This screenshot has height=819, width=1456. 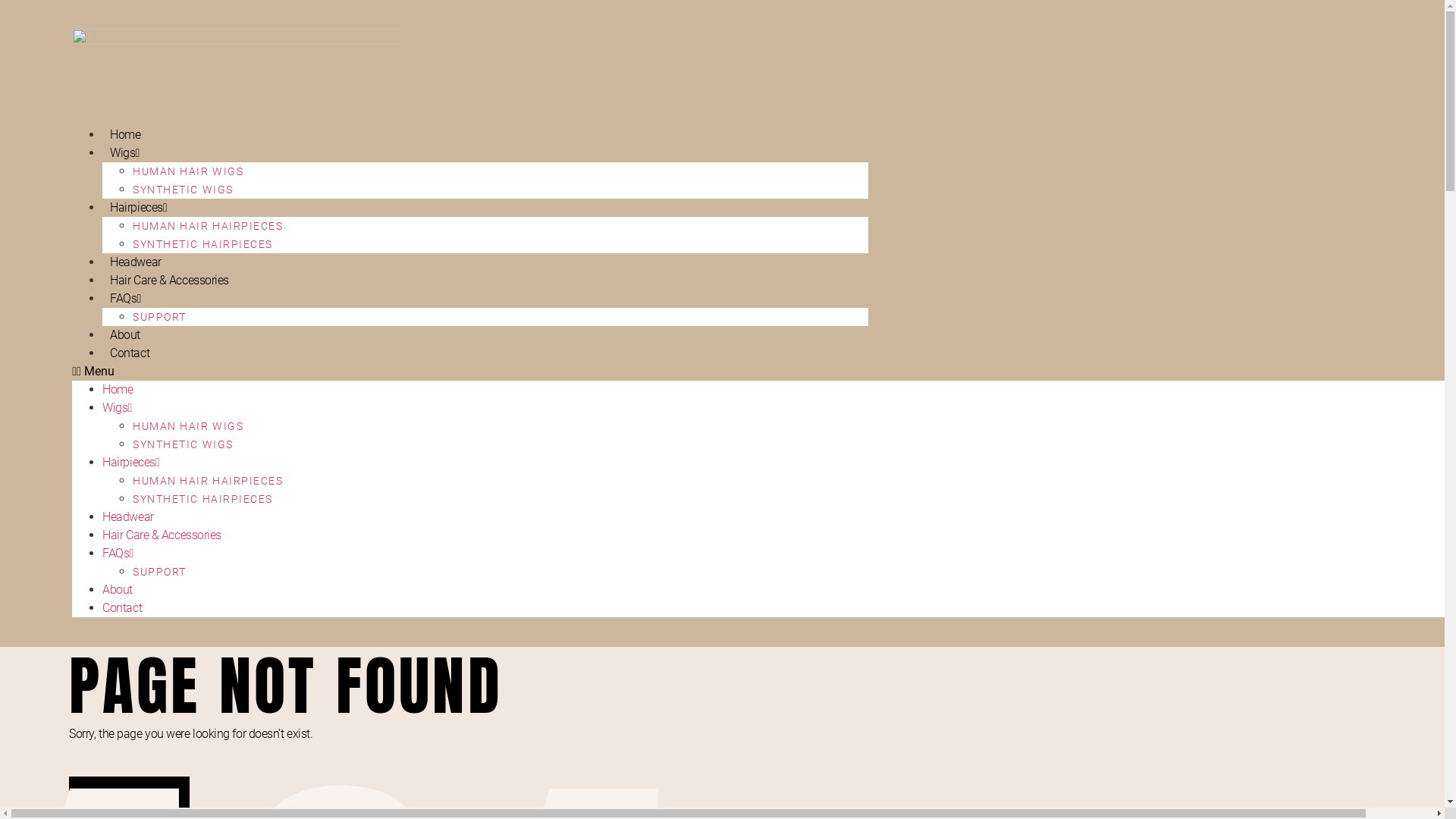 What do you see at coordinates (130, 353) in the screenshot?
I see `'Contact'` at bounding box center [130, 353].